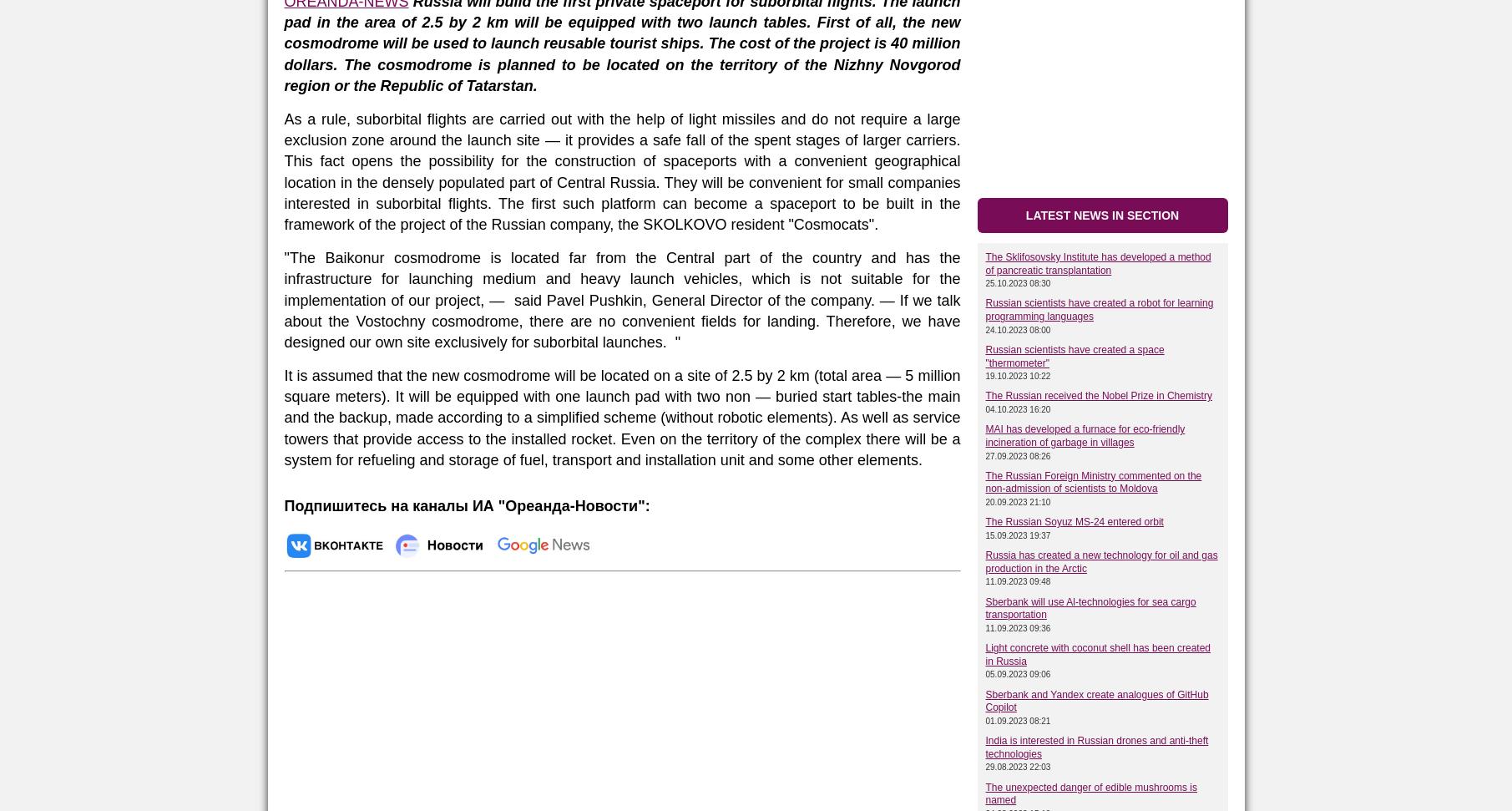  Describe the element at coordinates (621, 416) in the screenshot. I see `'It is assumed that the new cosmodrome will be located on a site of 2.5 by 2 km (total area — 5 million square meters). It will be equipped with one launch pad with two non — buried start tables-the main and the backup, made according to a simplified scheme (without robotic elements). As well as service towers that provide access to the installed rocket. Even on the territory of the complex there will be a system for refueling and storage of fuel, transport and installation unit and some other elements.'` at that location.